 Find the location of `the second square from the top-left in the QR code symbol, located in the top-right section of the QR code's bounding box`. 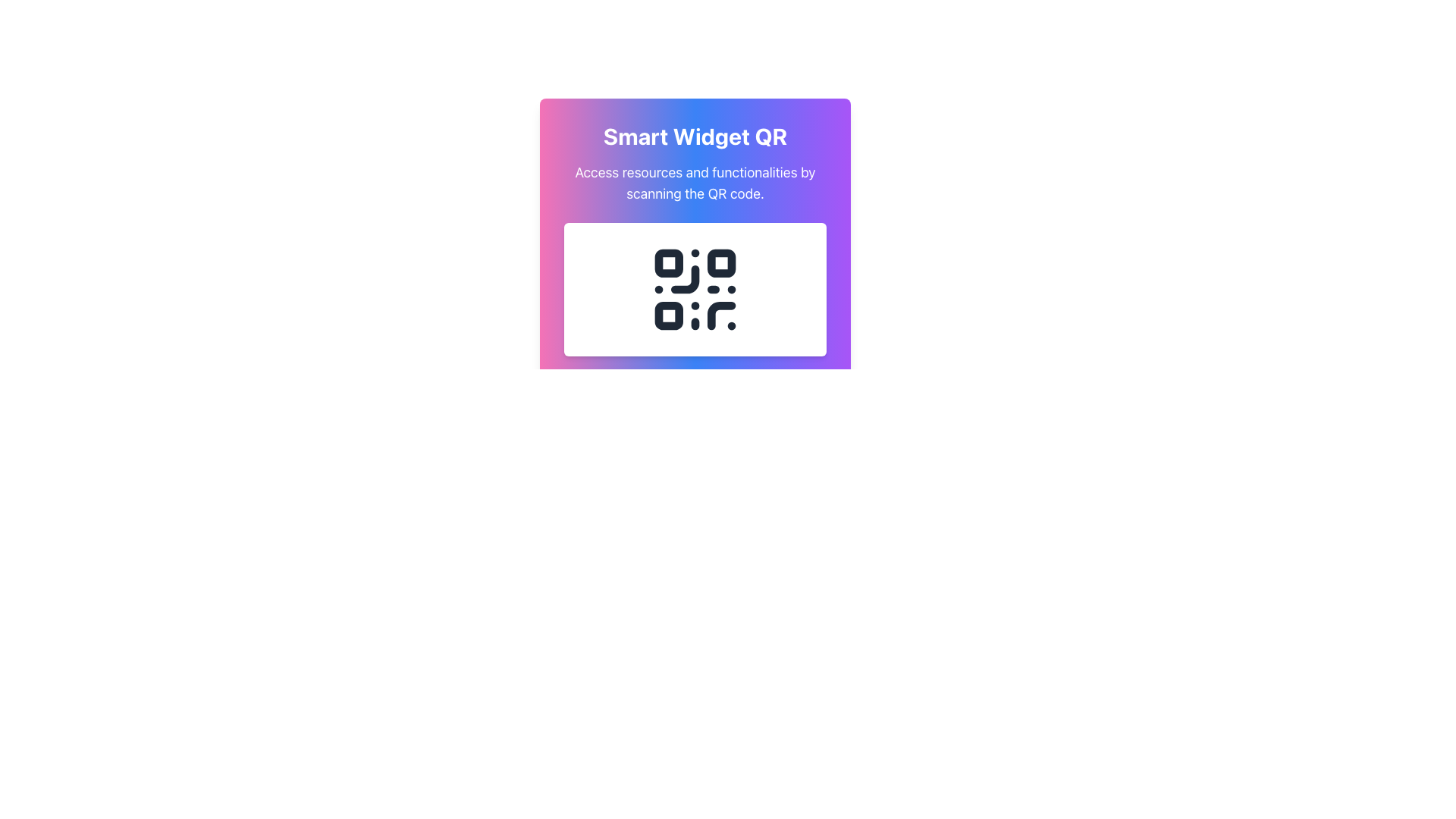

the second square from the top-left in the QR code symbol, located in the top-right section of the QR code's bounding box is located at coordinates (720, 262).